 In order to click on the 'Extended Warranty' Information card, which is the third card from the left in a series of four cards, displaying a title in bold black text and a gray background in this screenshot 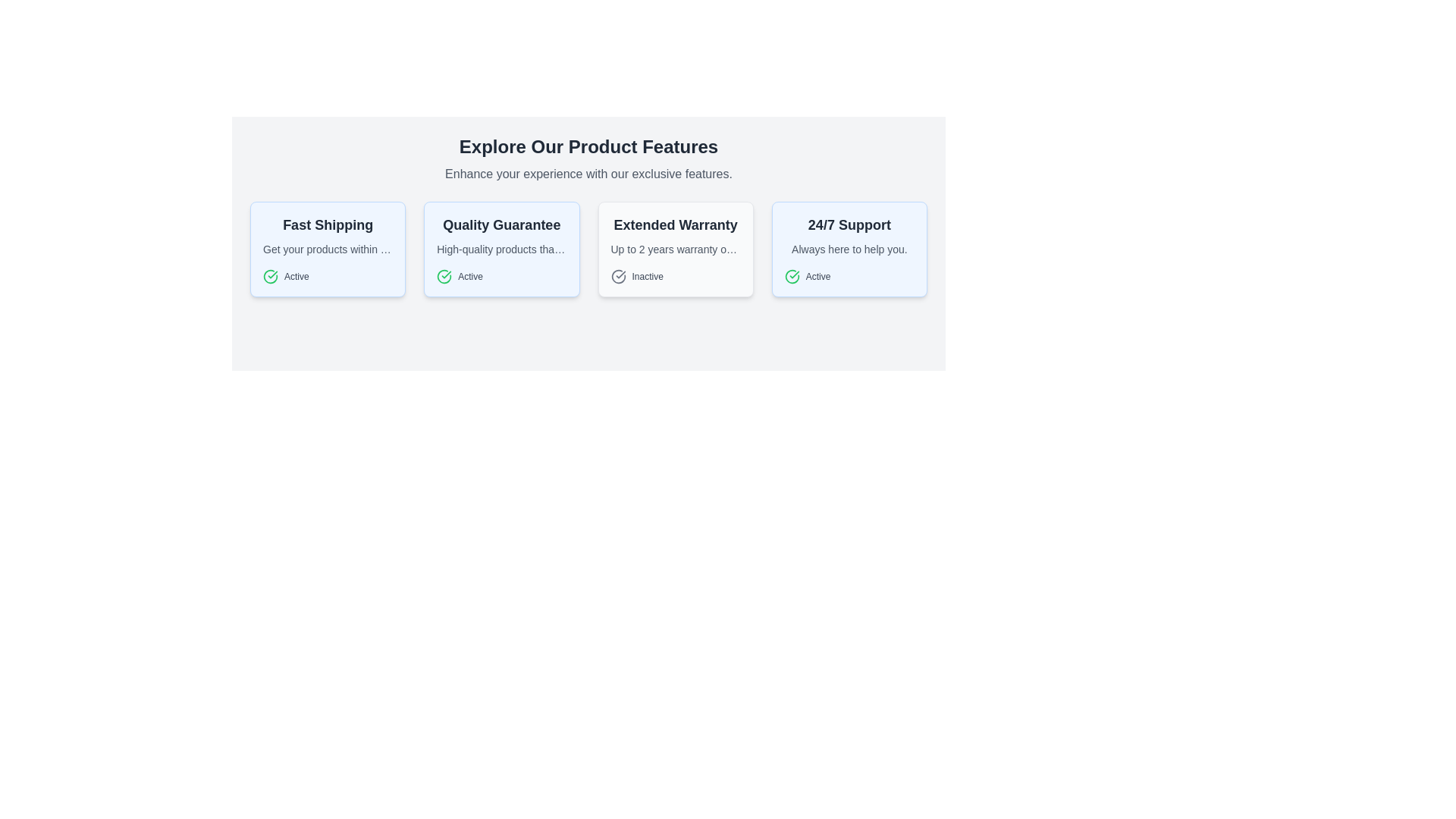, I will do `click(675, 248)`.